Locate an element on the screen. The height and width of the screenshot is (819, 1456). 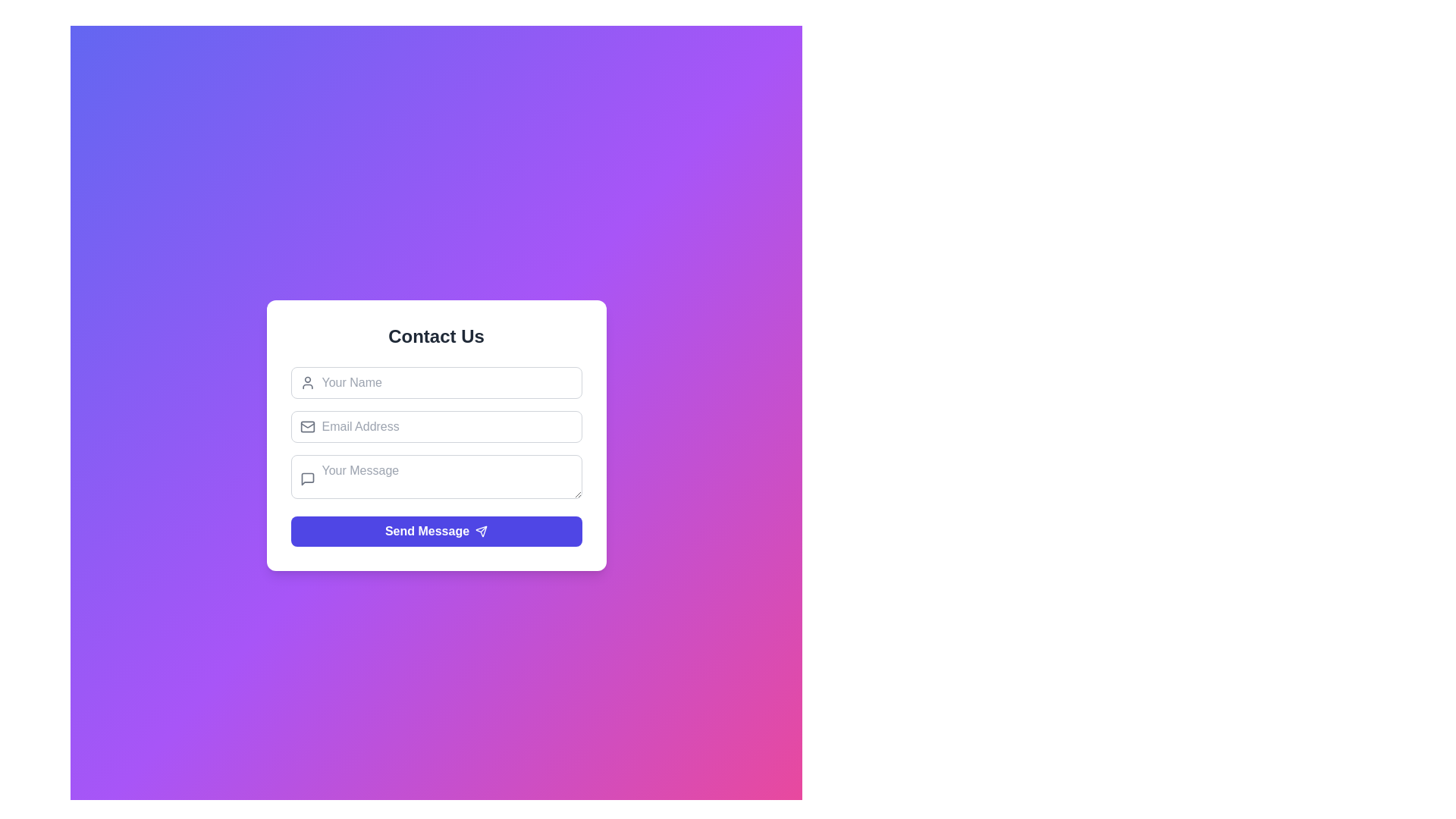
the gray envelope icon associated with email functionalities, positioned to the left of the 'Email Address' input field is located at coordinates (306, 426).